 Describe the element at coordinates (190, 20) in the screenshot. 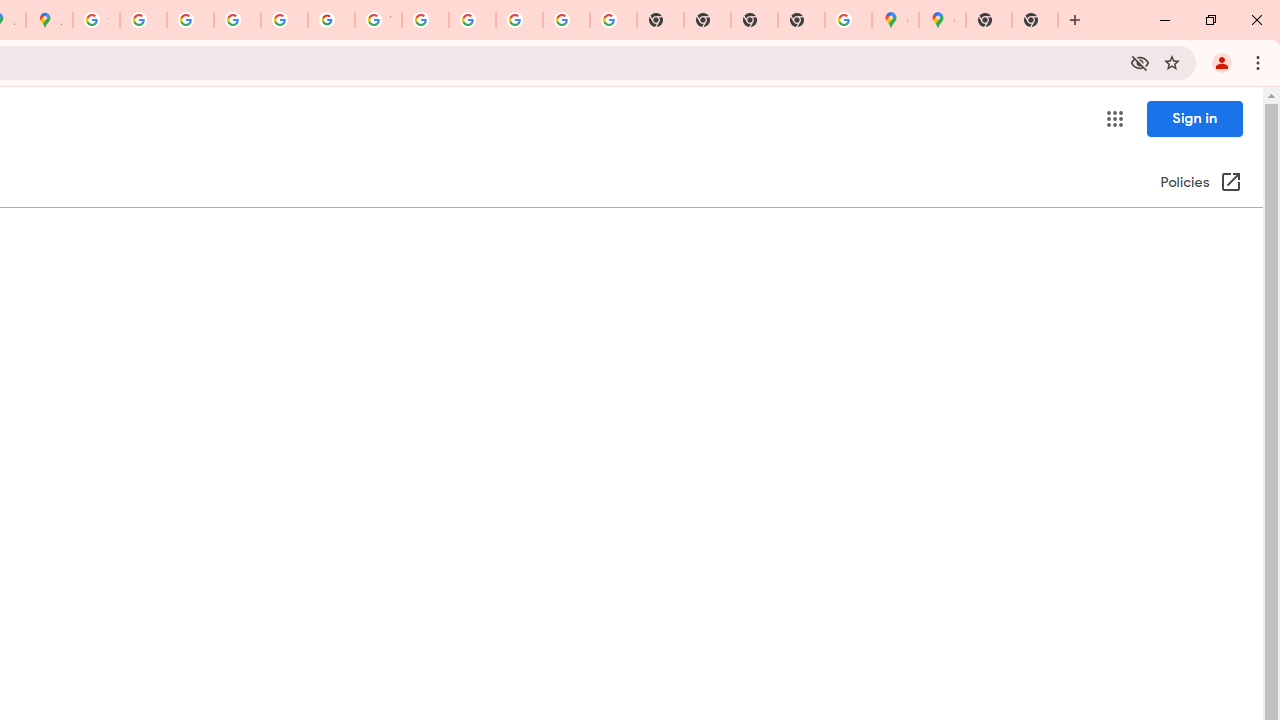

I see `'Privacy Help Center - Policies Help'` at that location.